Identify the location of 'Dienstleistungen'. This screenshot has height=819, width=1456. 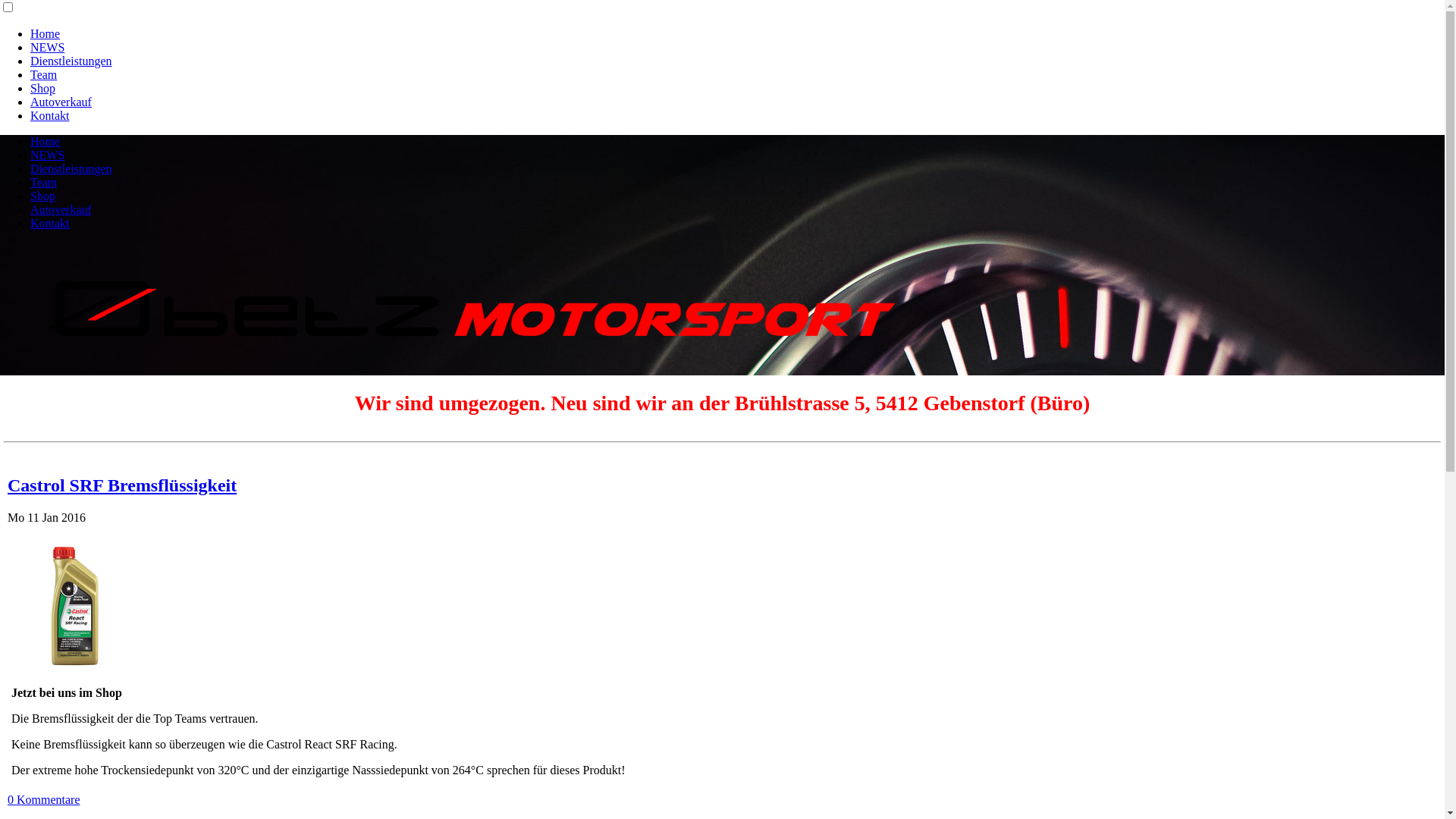
(71, 168).